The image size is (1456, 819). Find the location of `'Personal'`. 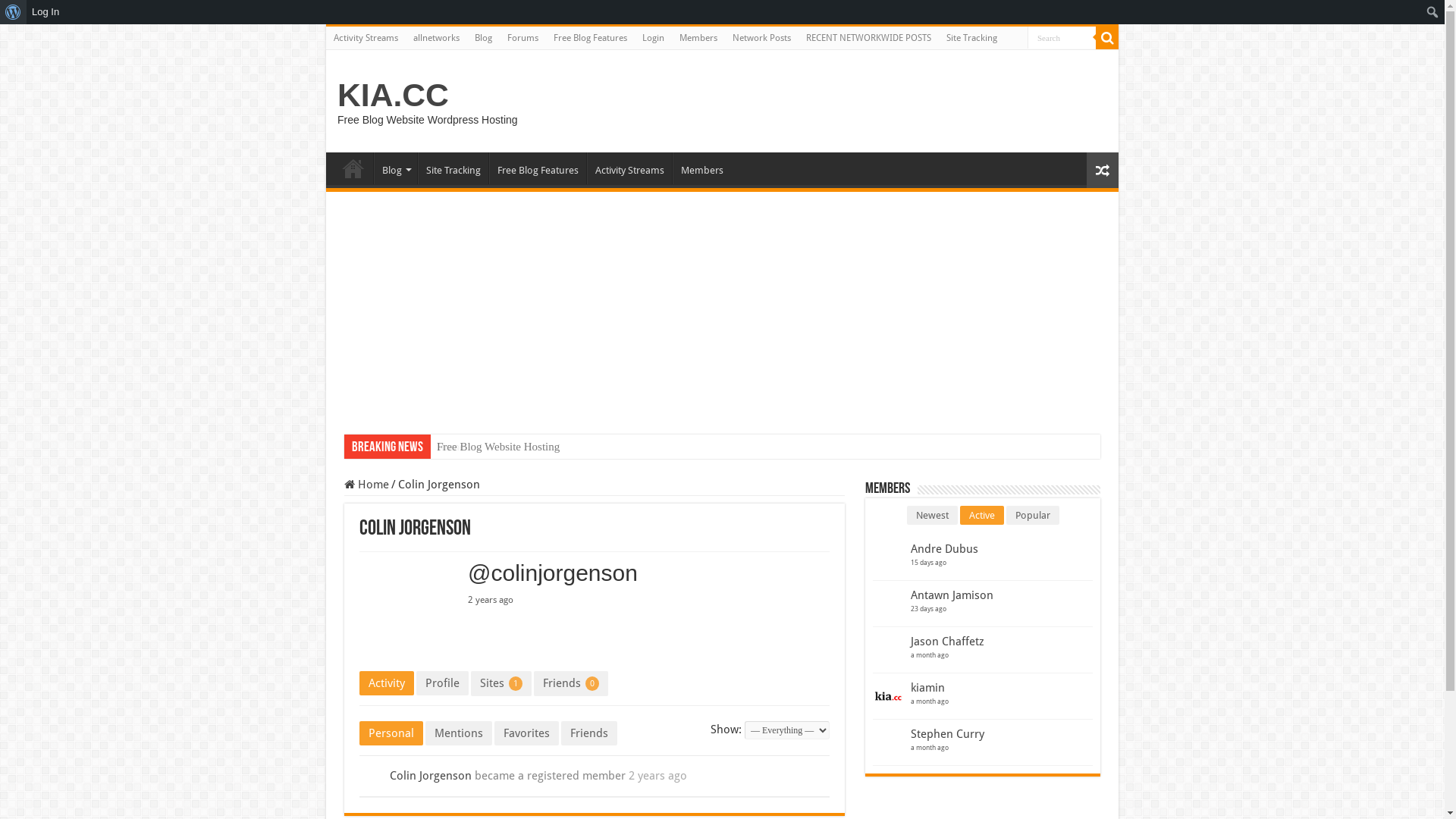

'Personal' is located at coordinates (391, 733).